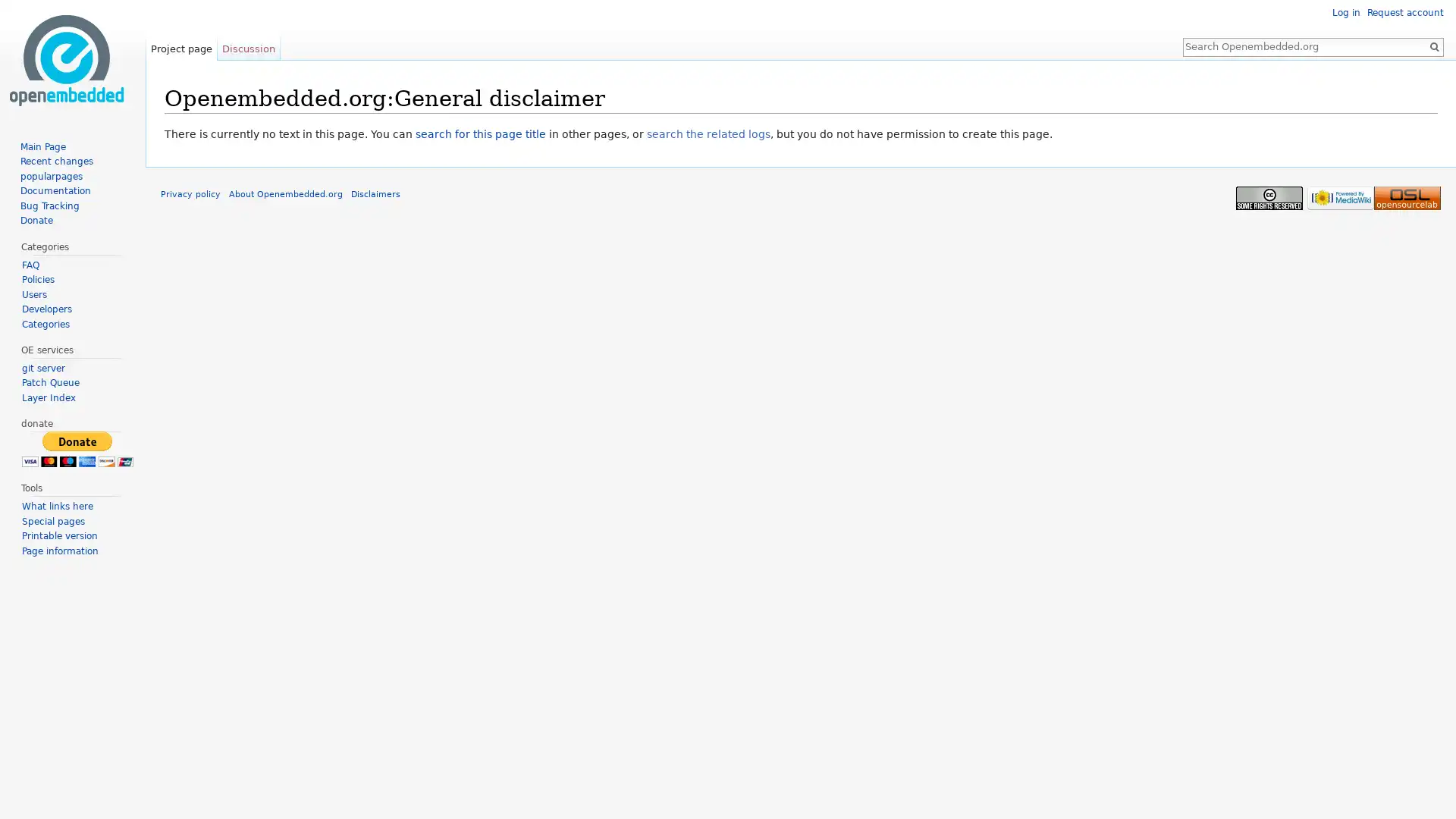 The width and height of the screenshot is (1456, 819). What do you see at coordinates (1433, 45) in the screenshot?
I see `Go` at bounding box center [1433, 45].